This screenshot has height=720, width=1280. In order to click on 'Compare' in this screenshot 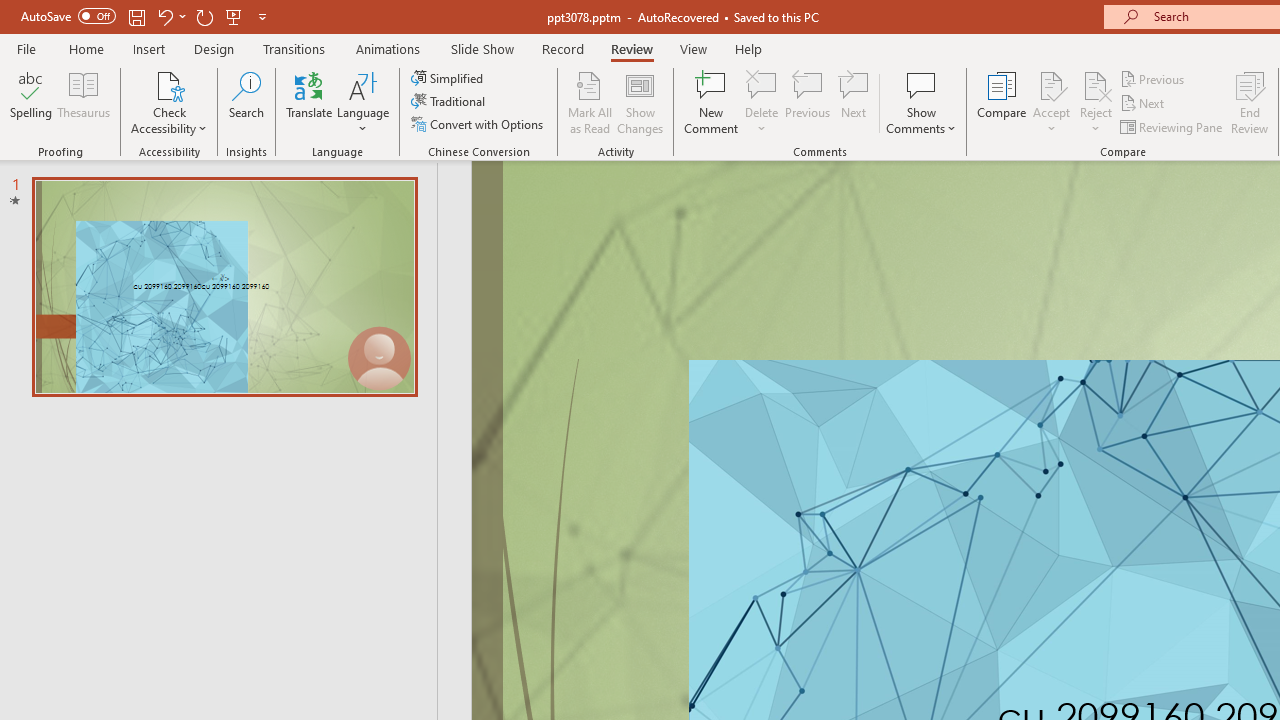, I will do `click(1002, 103)`.